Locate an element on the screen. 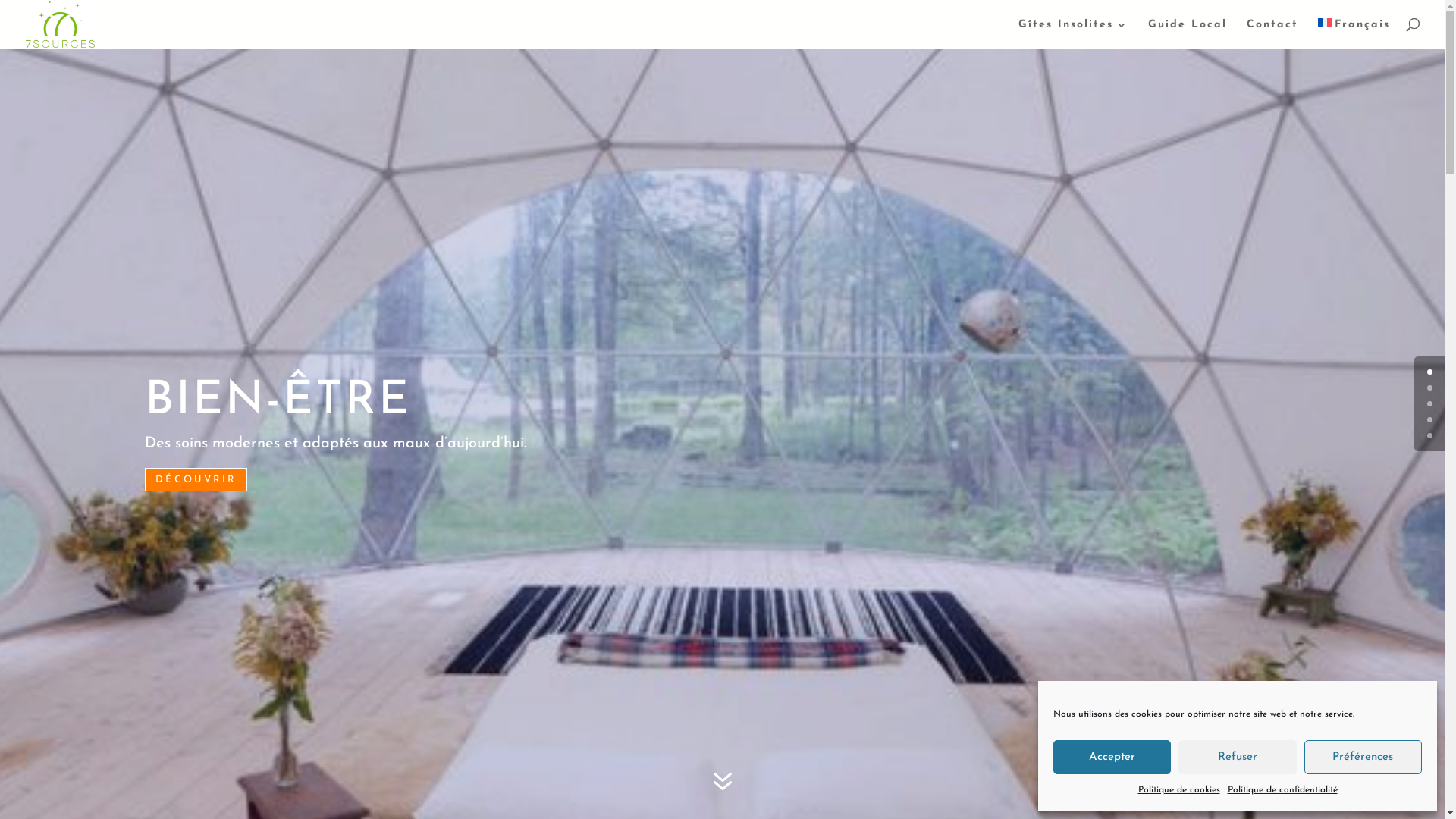 This screenshot has width=1456, height=819. '0' is located at coordinates (1429, 372).